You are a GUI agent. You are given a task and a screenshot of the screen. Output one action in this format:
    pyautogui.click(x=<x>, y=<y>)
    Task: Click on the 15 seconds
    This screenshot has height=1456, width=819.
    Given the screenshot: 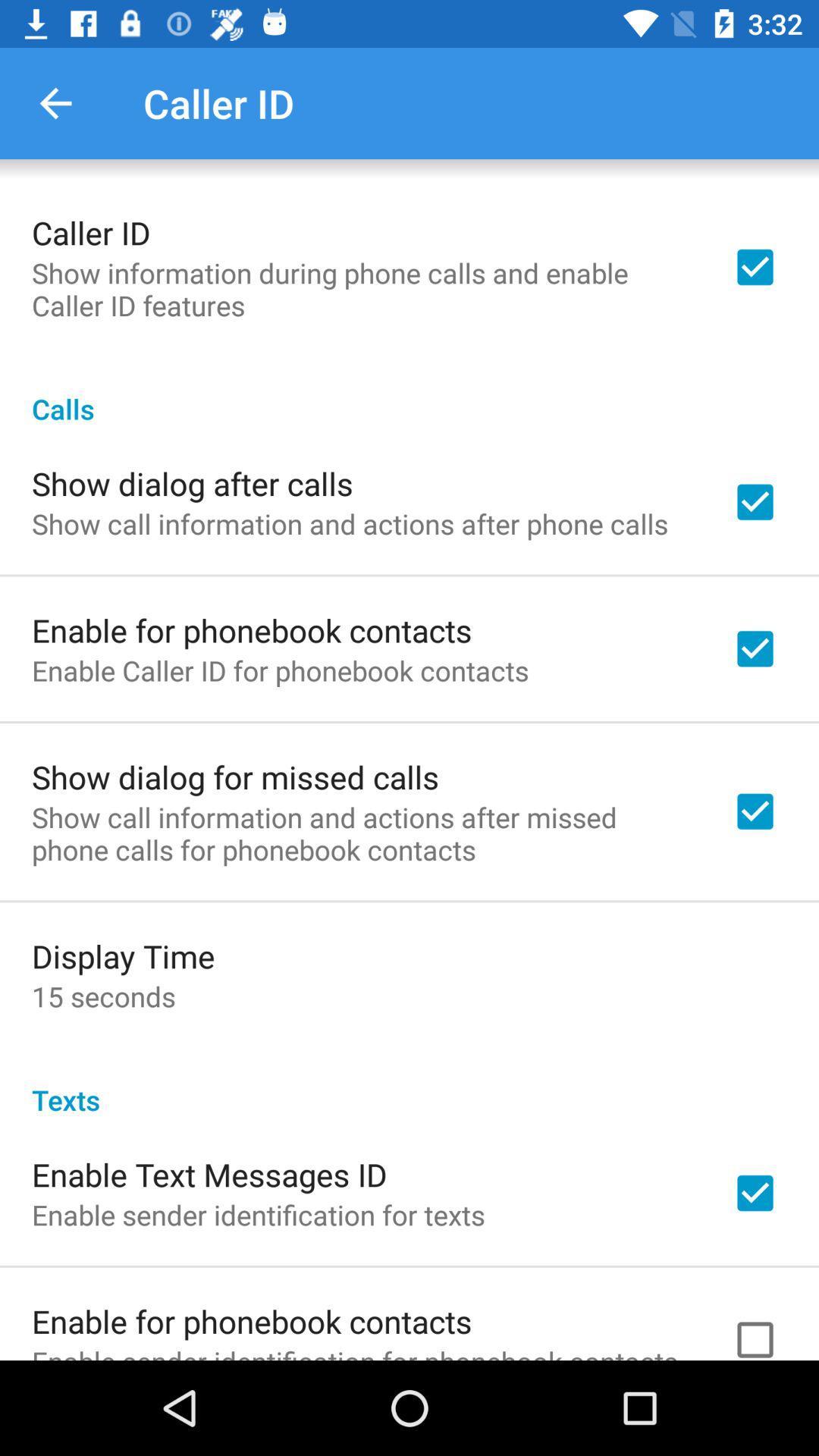 What is the action you would take?
    pyautogui.click(x=102, y=996)
    